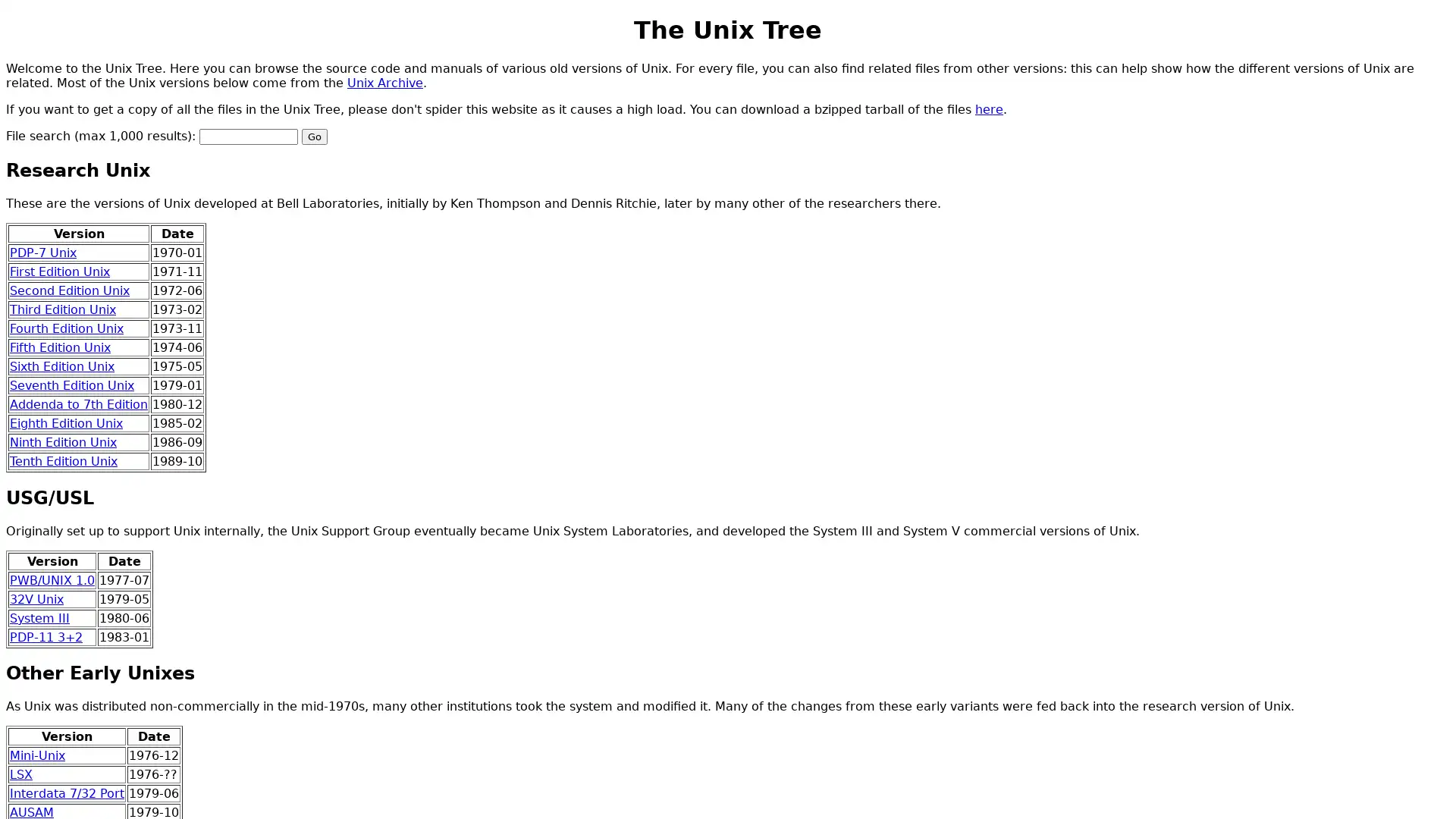 Image resolution: width=1456 pixels, height=819 pixels. I want to click on Go, so click(313, 135).